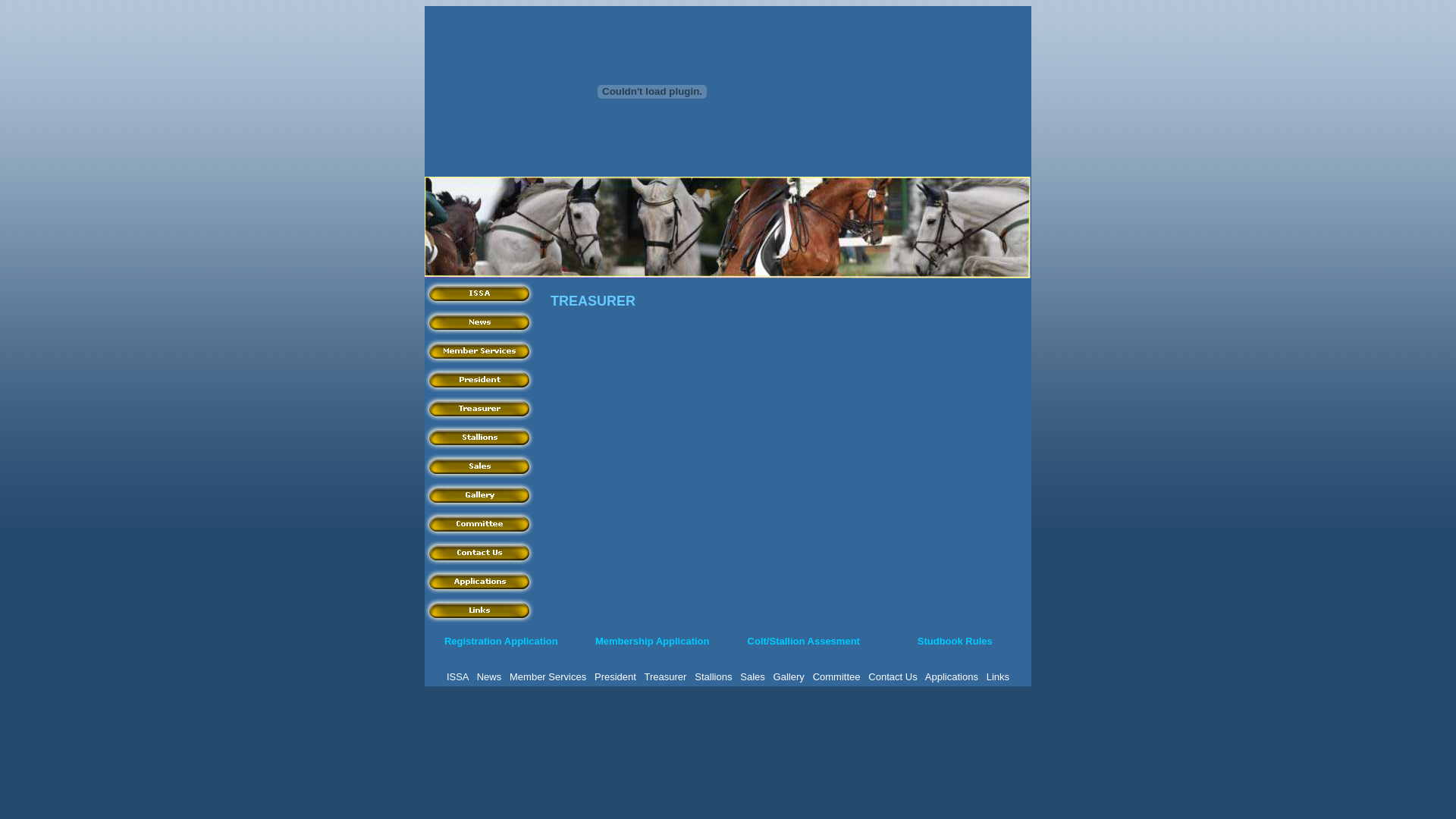 The width and height of the screenshot is (1456, 819). I want to click on 'Gallery', so click(773, 676).